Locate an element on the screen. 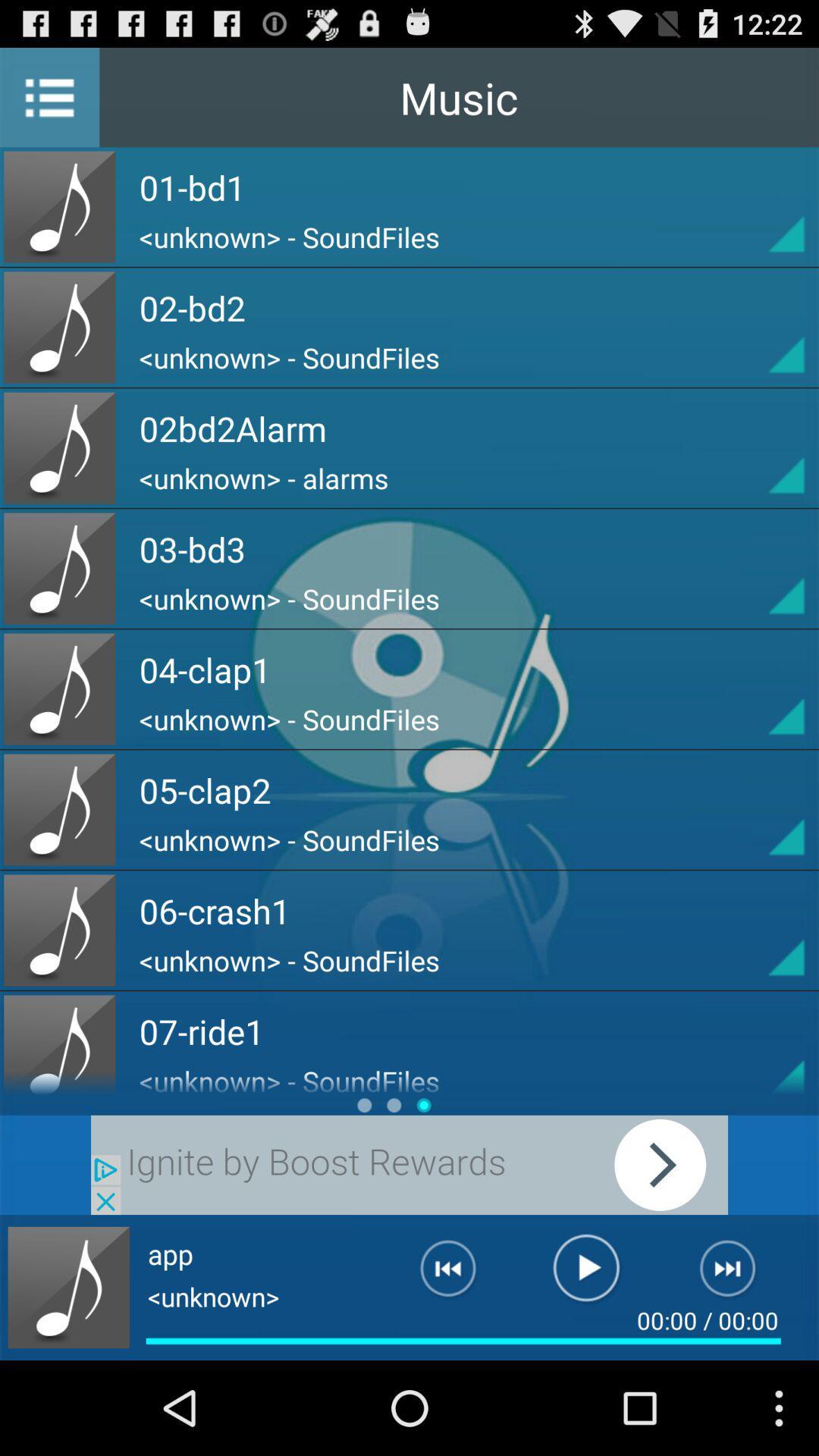 Image resolution: width=819 pixels, height=1456 pixels. music is located at coordinates (759, 688).